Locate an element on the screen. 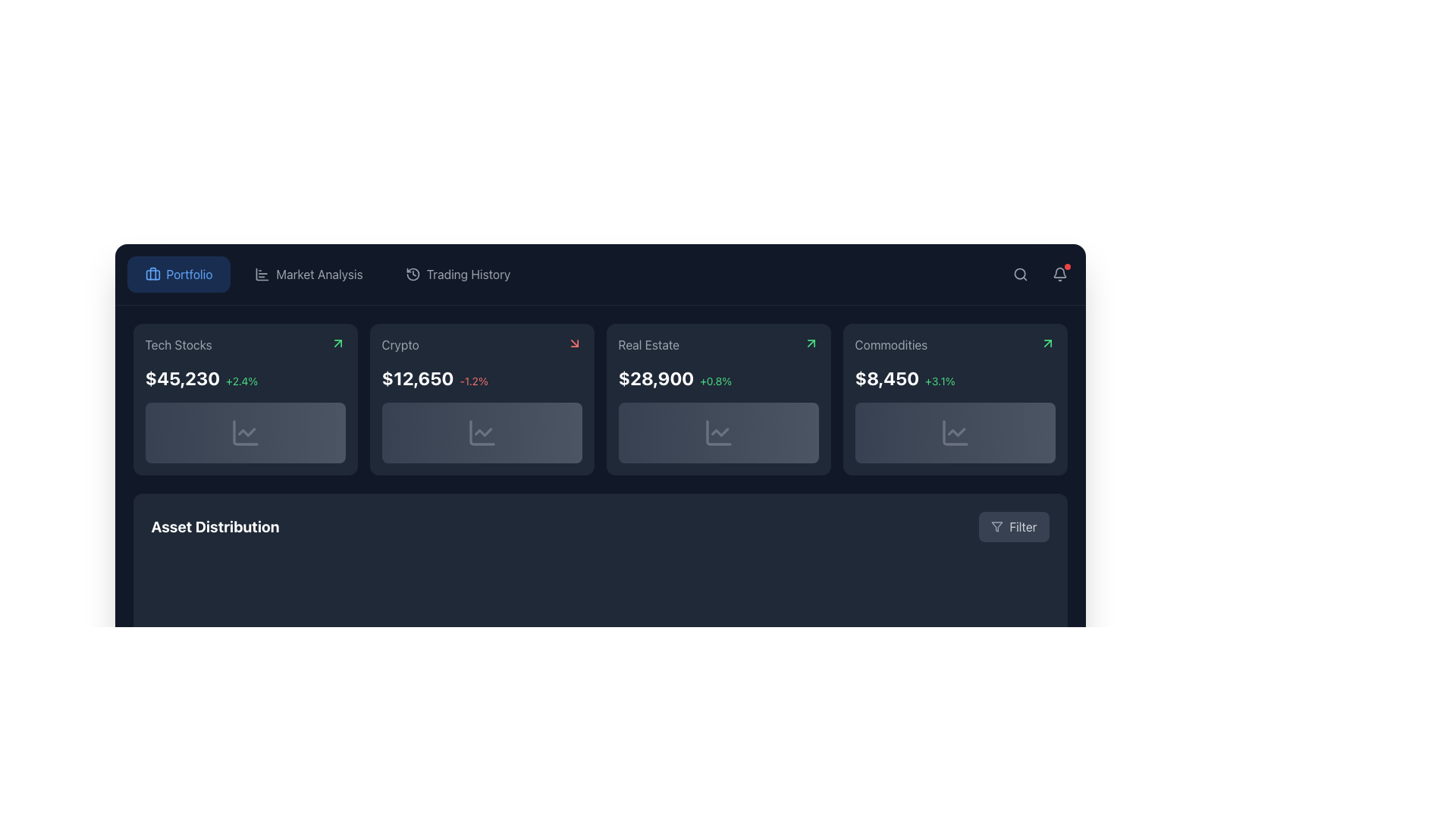 This screenshot has height=819, width=1456. the data display component that presents financial statistics for 'Real Estate', located in the second row of the 'Real Estate' card, below the 'Real Estate' label is located at coordinates (717, 377).